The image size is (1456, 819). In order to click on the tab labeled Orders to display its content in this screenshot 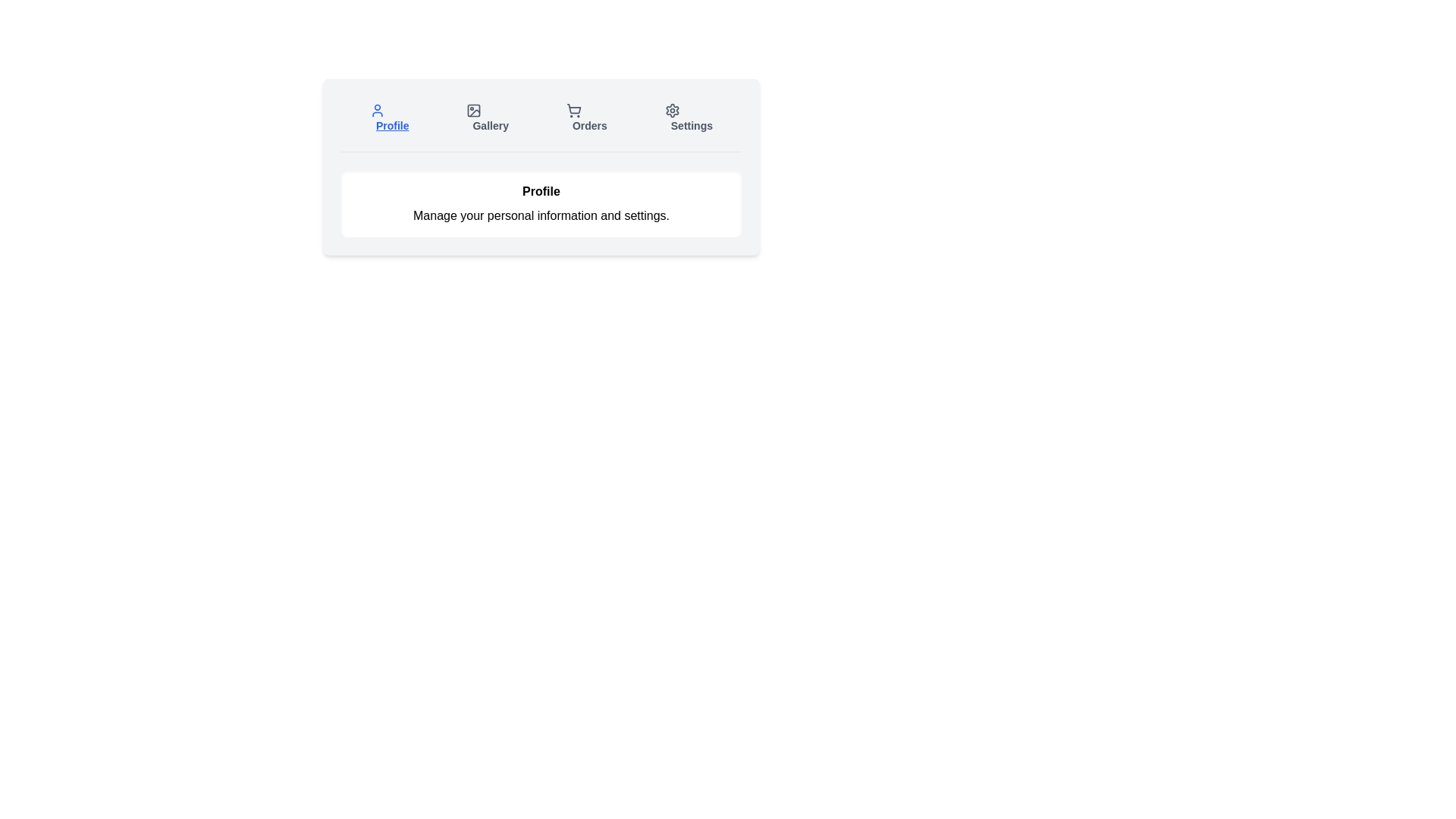, I will do `click(585, 117)`.